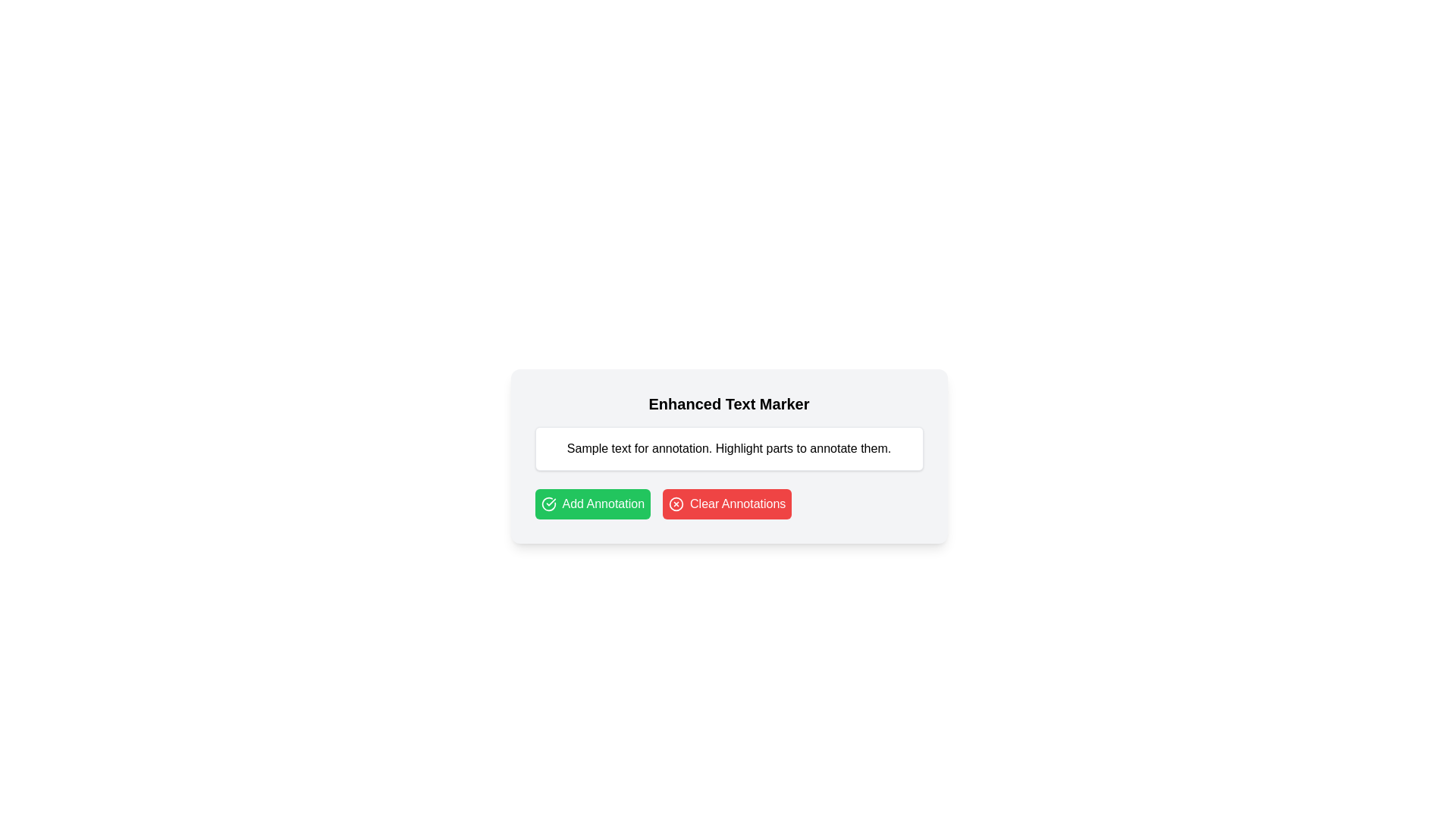 Image resolution: width=1456 pixels, height=819 pixels. What do you see at coordinates (599, 447) in the screenshot?
I see `the fifth character in the input box labeled 'Sample text for annotation. Highlight parts to annotate them.'` at bounding box center [599, 447].